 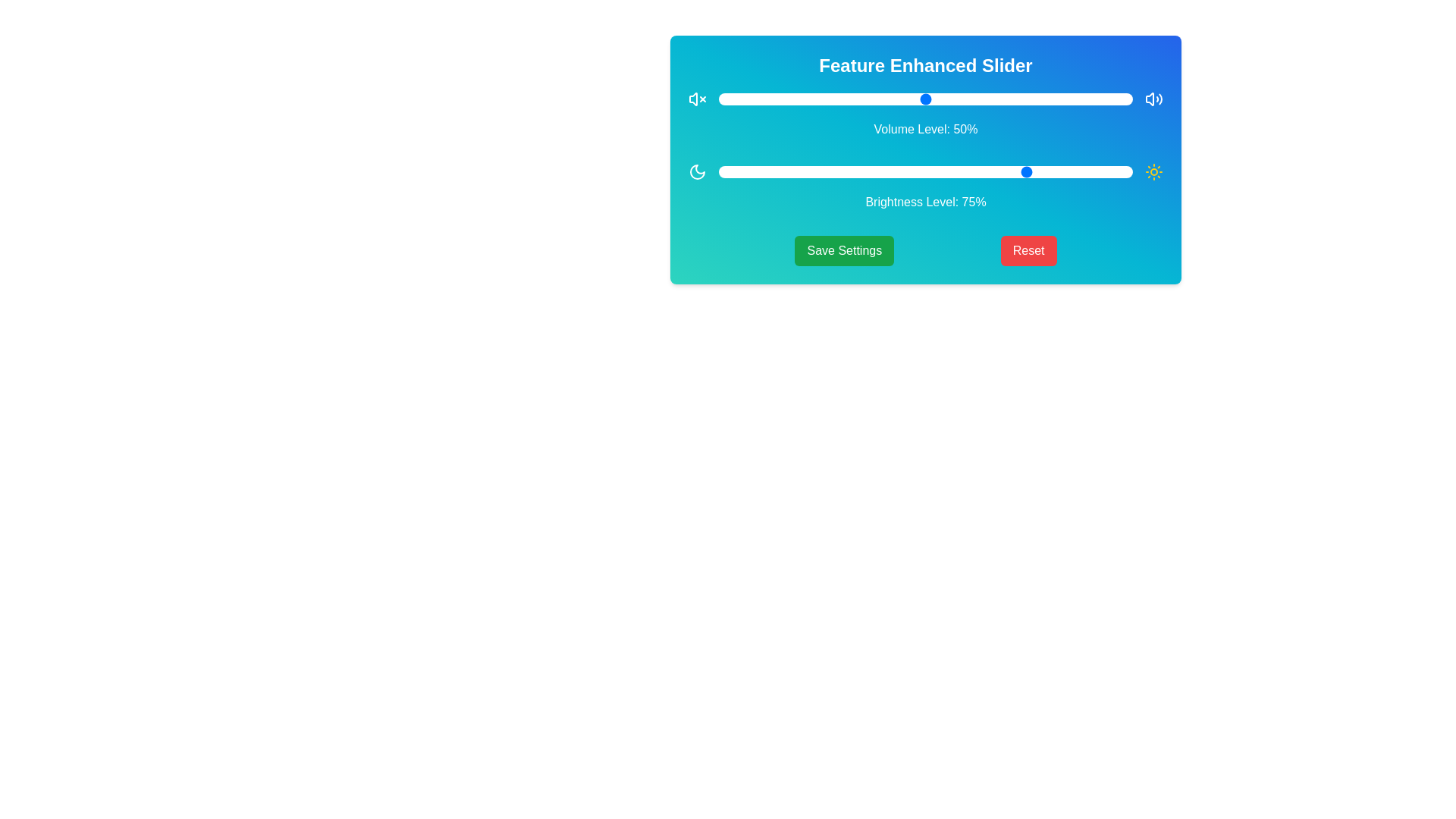 I want to click on the handle of the brightness slider located under the 'Brightness Level: 75%' section within the 'Feature Enhanced Slider' panel, so click(x=924, y=171).